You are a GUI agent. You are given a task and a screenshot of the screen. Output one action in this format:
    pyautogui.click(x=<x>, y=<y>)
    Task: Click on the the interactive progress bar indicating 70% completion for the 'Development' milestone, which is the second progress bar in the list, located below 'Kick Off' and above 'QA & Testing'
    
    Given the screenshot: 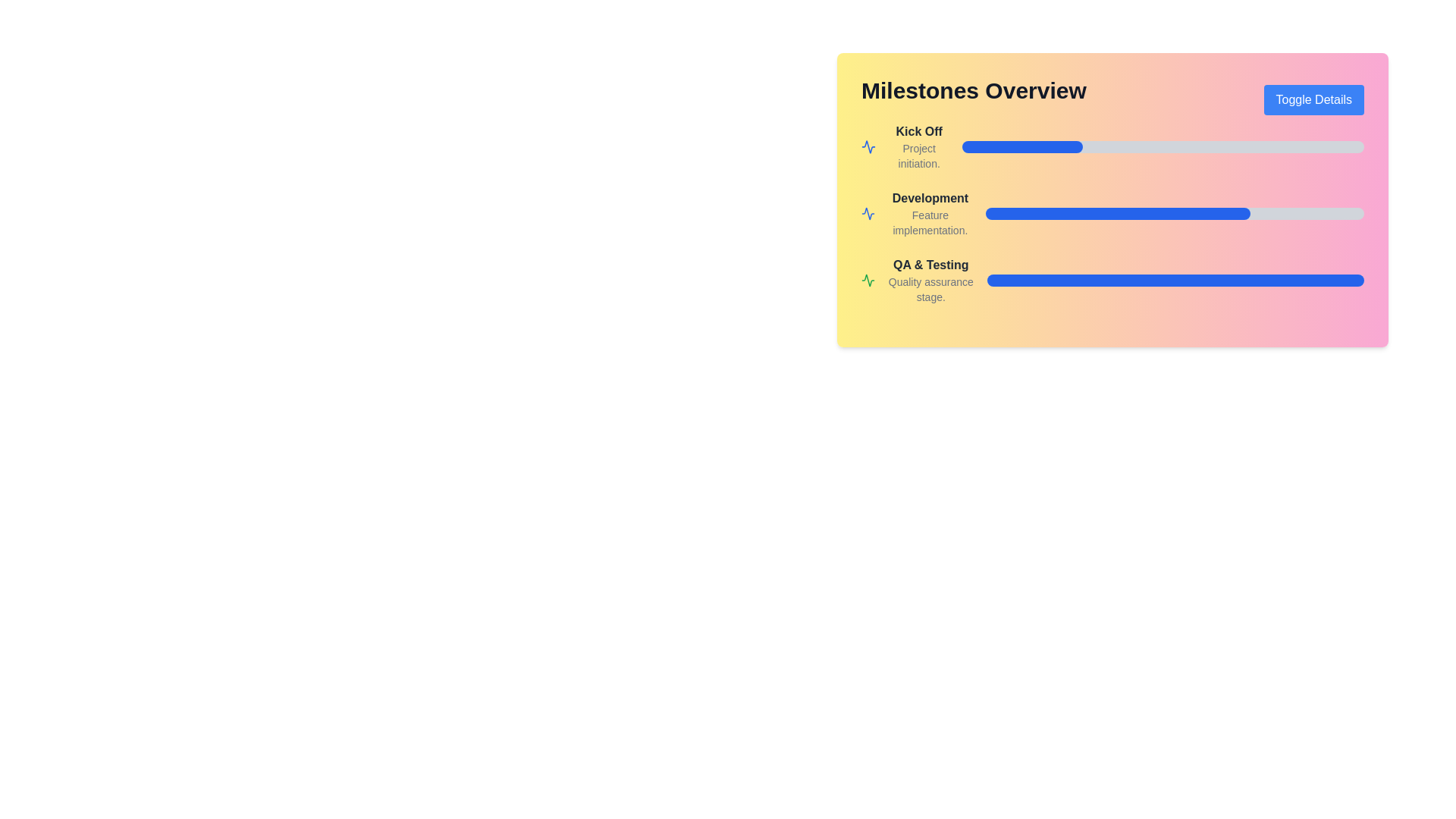 What is the action you would take?
    pyautogui.click(x=1112, y=199)
    